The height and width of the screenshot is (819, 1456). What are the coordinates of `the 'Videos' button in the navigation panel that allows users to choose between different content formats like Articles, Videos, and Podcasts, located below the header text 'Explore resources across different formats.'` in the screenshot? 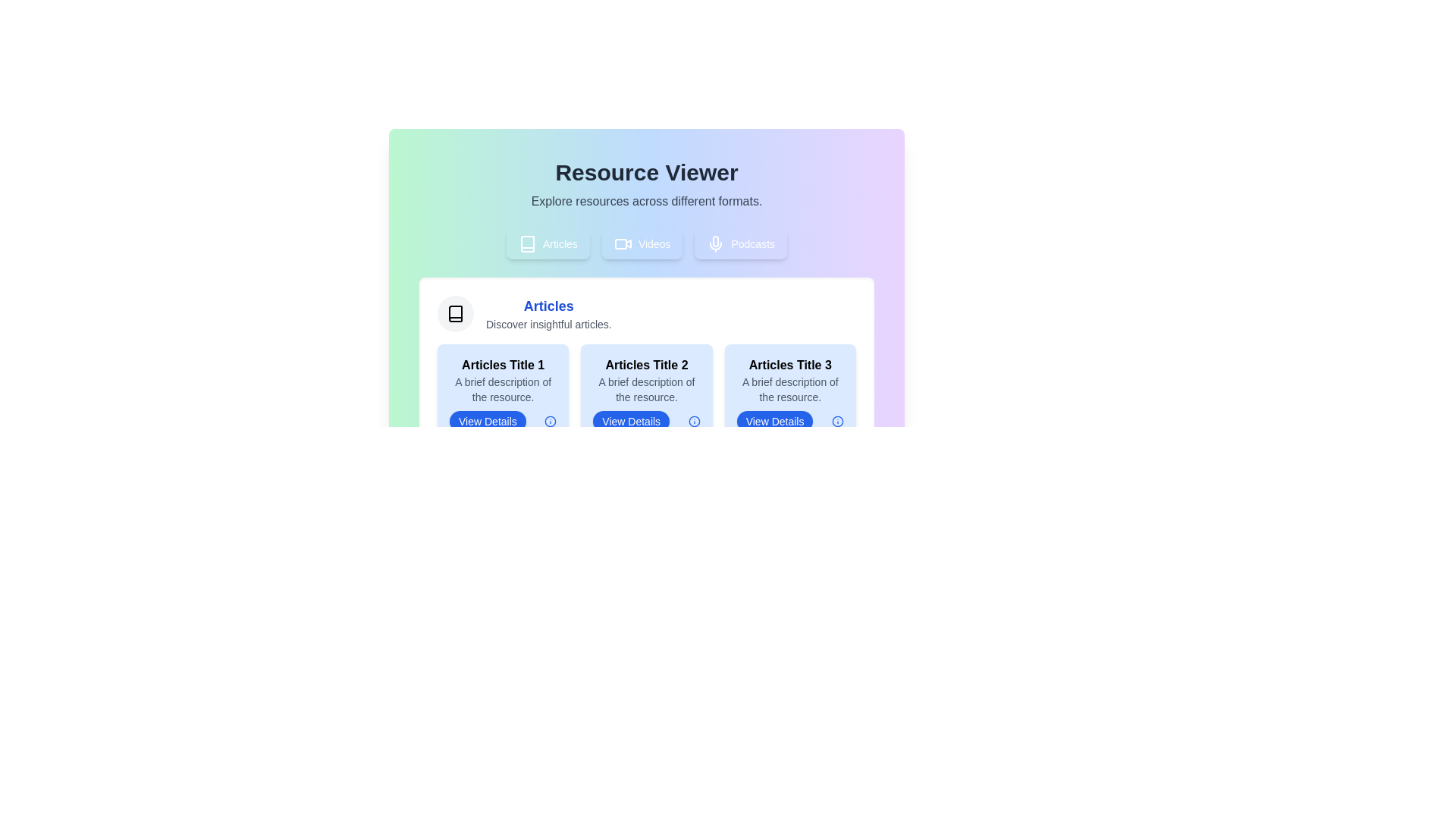 It's located at (647, 243).